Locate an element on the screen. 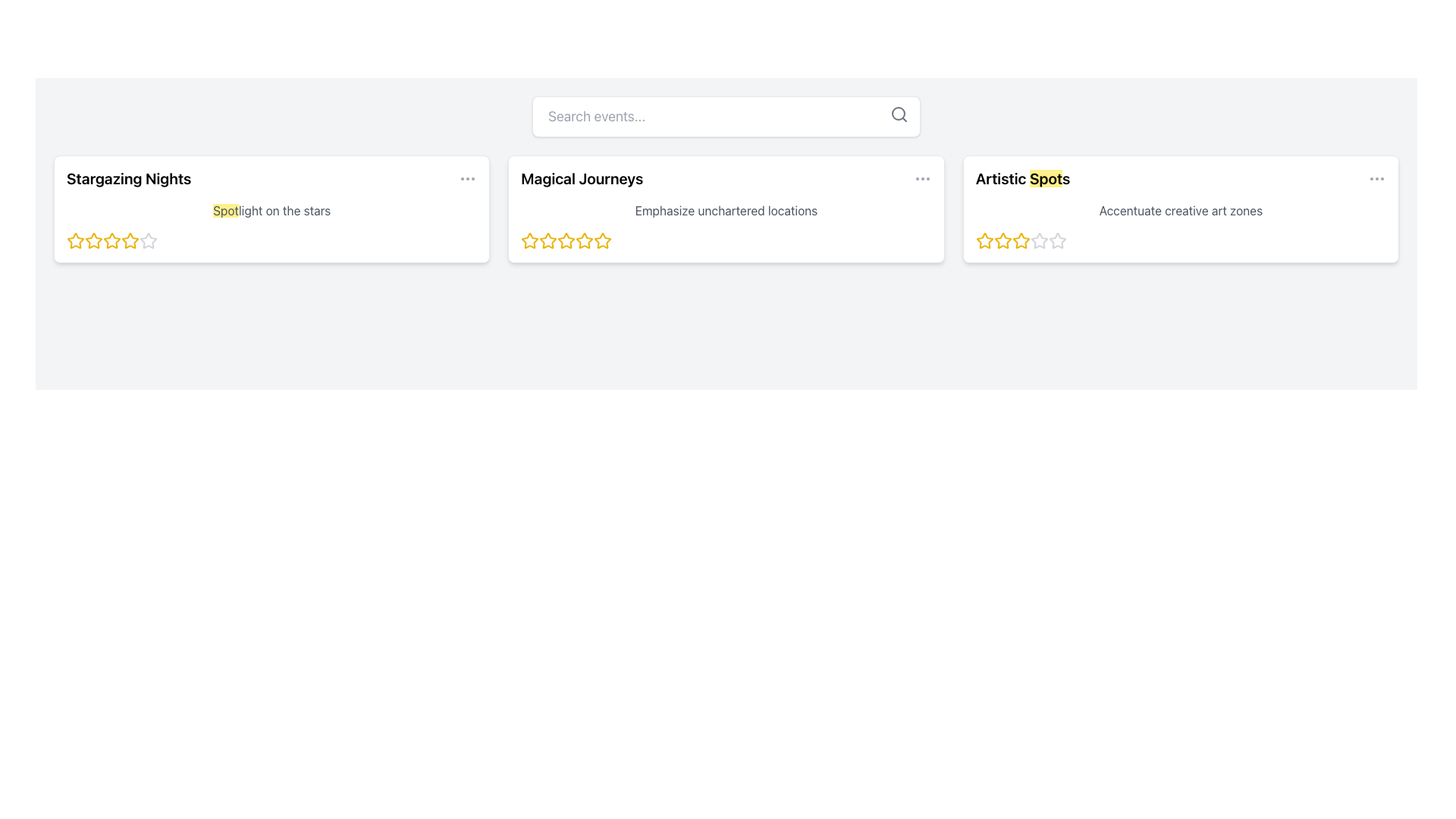 Image resolution: width=1456 pixels, height=819 pixels. the third yellow filled rating star in the 'Stargazing Nights' section is located at coordinates (111, 240).